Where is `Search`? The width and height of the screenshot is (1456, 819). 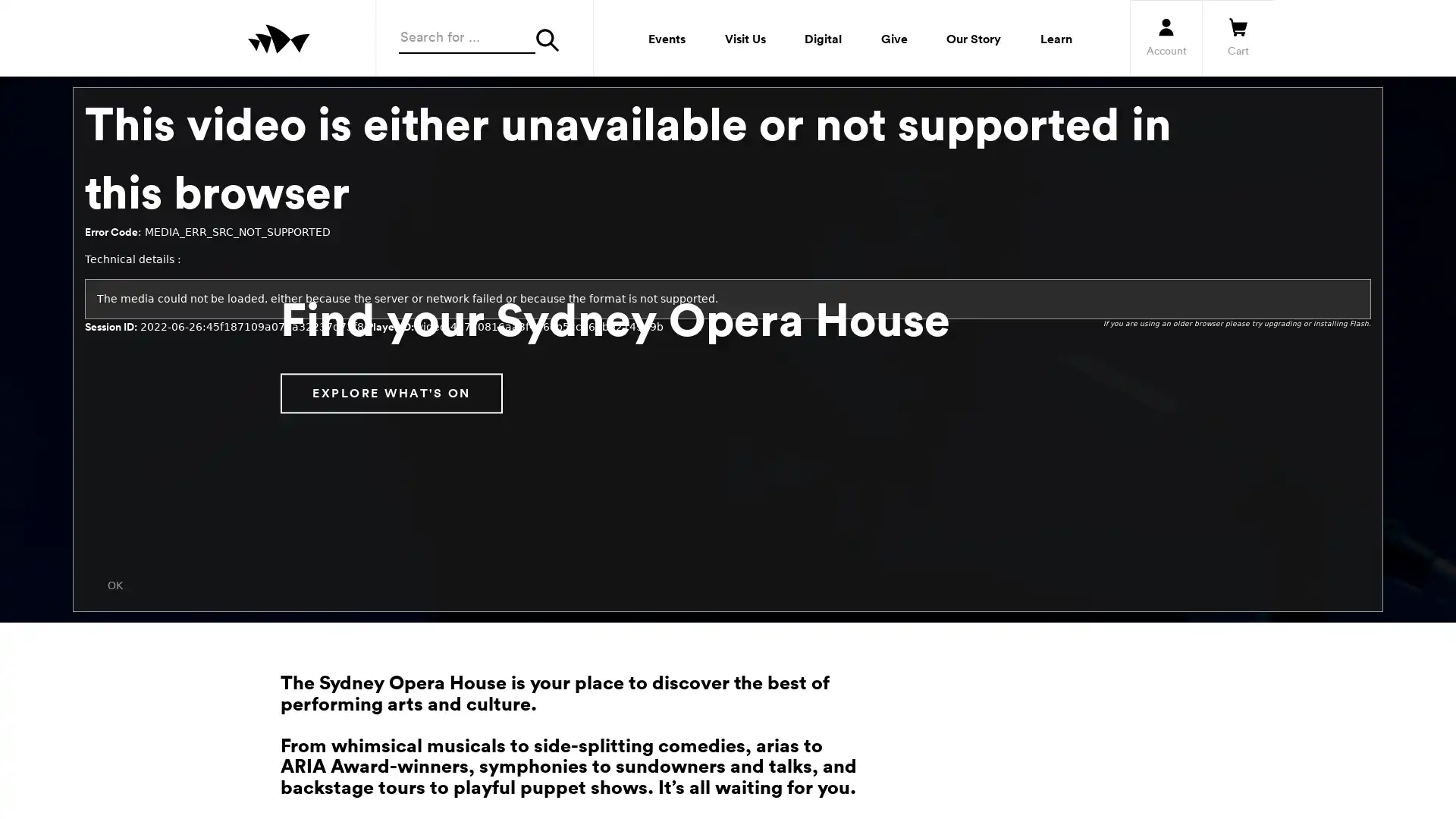
Search is located at coordinates (552, 39).